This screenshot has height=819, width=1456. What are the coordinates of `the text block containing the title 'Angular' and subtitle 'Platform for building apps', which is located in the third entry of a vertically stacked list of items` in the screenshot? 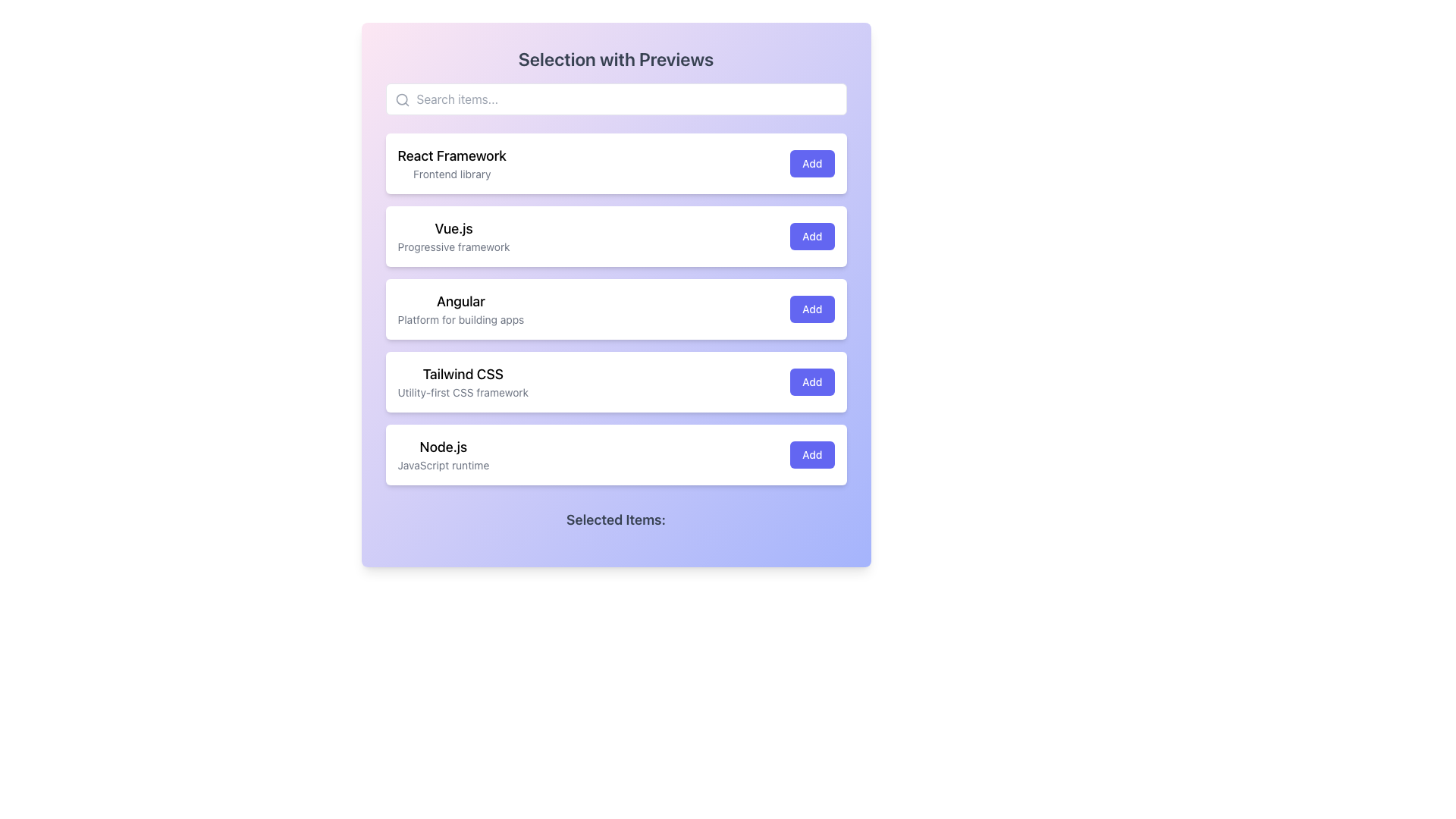 It's located at (460, 309).